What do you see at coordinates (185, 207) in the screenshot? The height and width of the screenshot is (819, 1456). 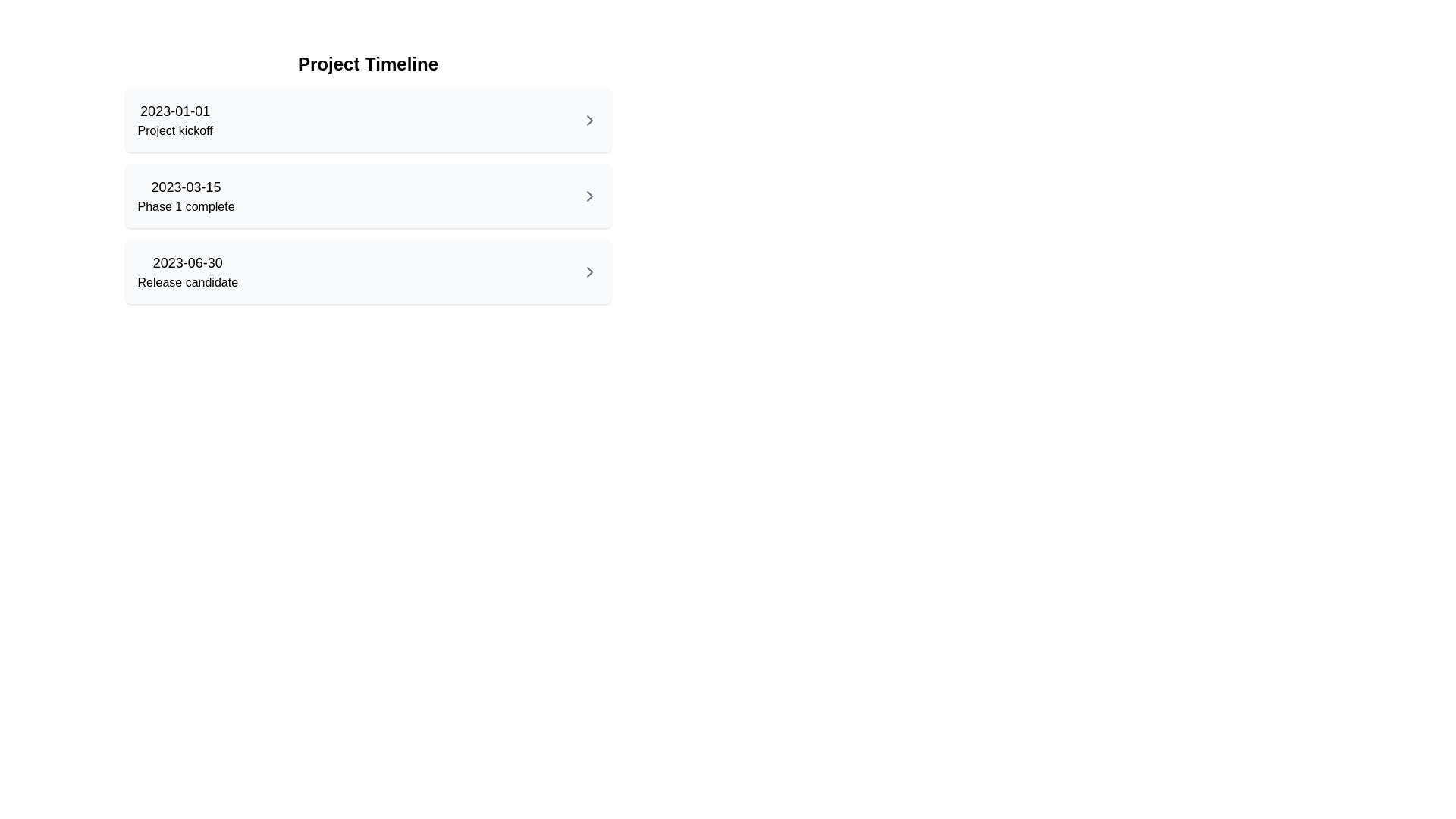 I see `'Phase 1 completed' text label located in the second entry of the vertical timeline, positioned below the date '2023-03-15'` at bounding box center [185, 207].